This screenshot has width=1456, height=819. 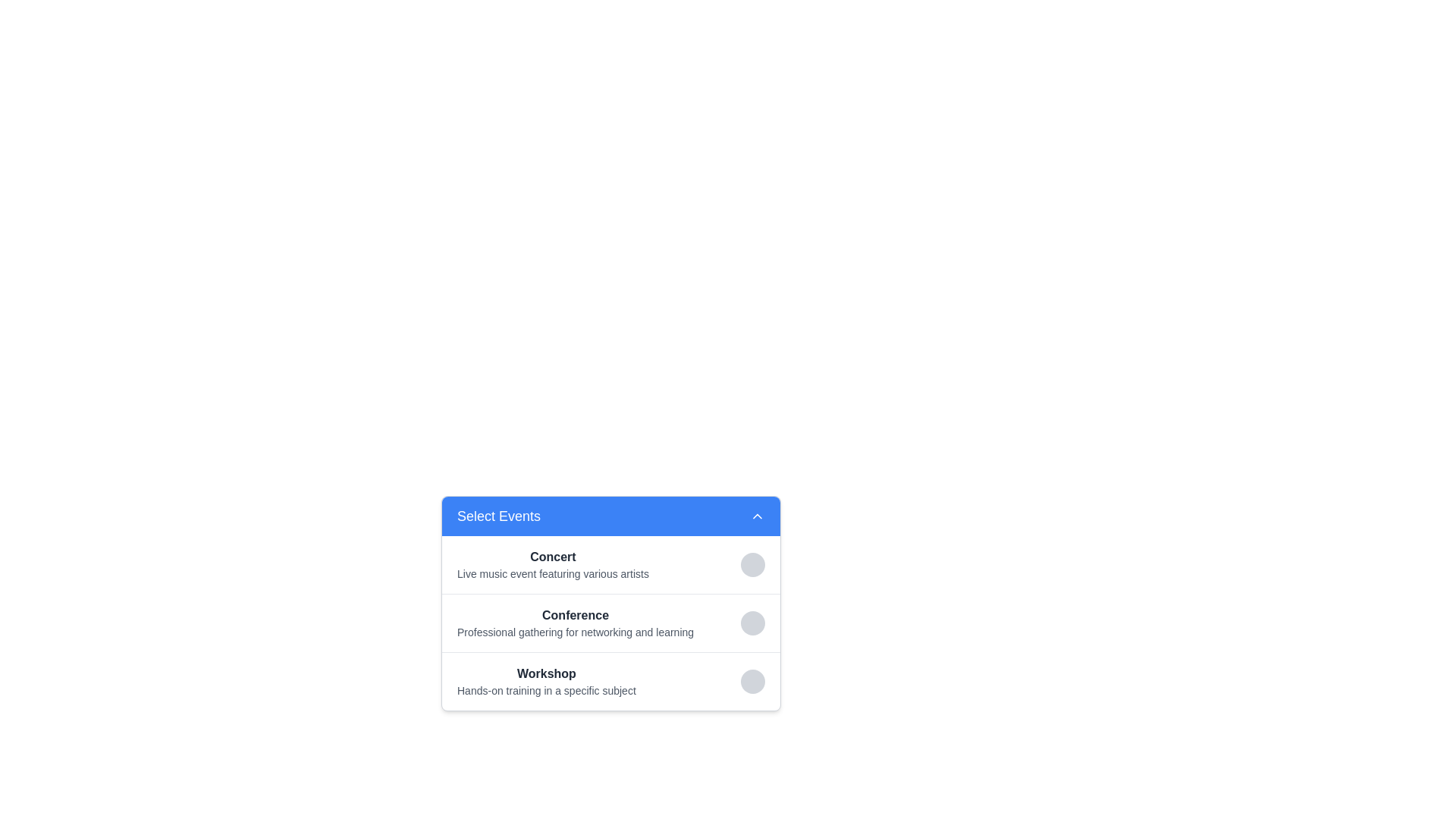 What do you see at coordinates (546, 673) in the screenshot?
I see `the Text Label that serves as a heading for the third event type option in the list under 'Select Events'` at bounding box center [546, 673].